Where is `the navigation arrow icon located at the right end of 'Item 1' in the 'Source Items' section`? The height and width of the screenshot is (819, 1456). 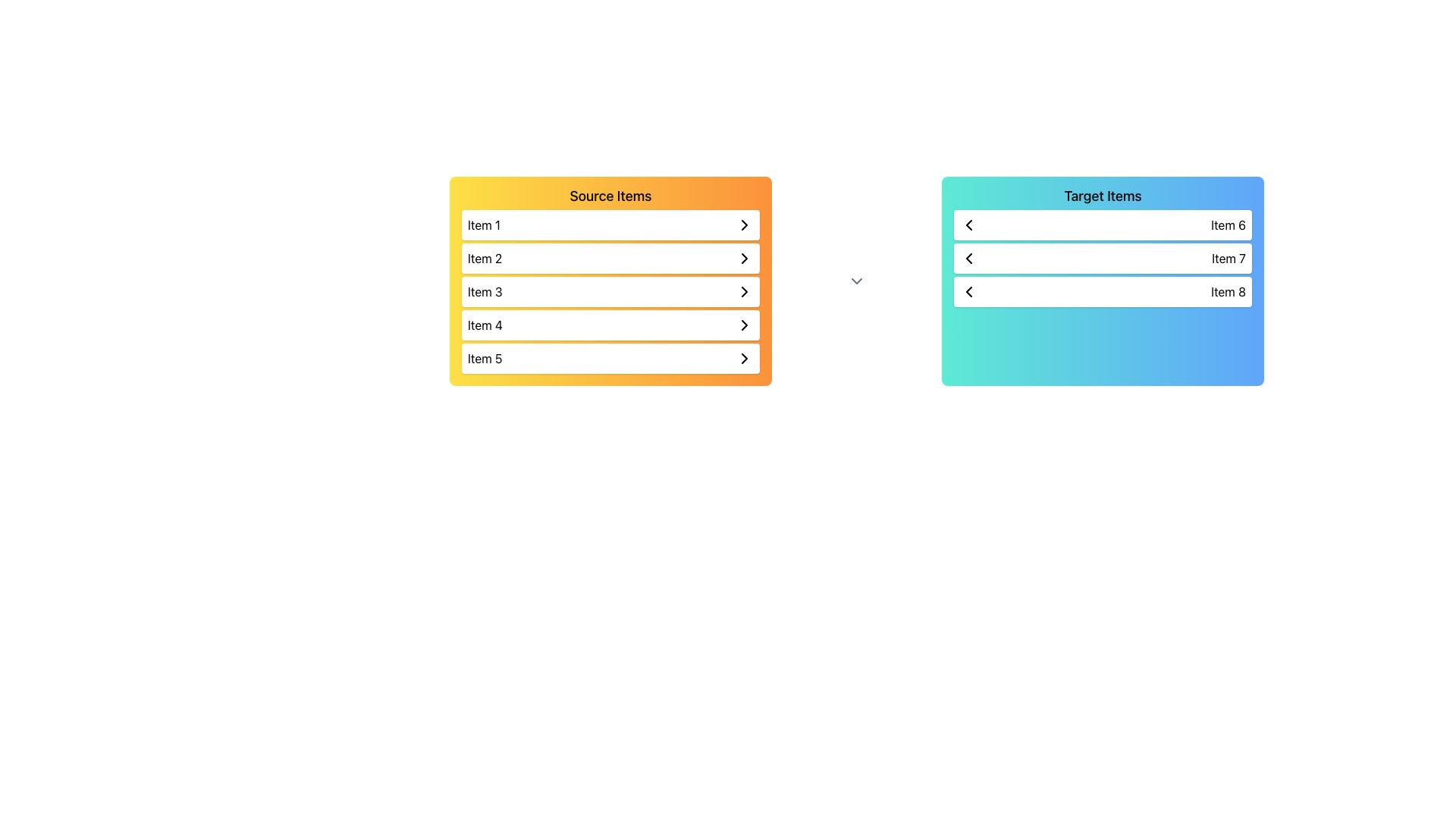 the navigation arrow icon located at the right end of 'Item 1' in the 'Source Items' section is located at coordinates (744, 225).